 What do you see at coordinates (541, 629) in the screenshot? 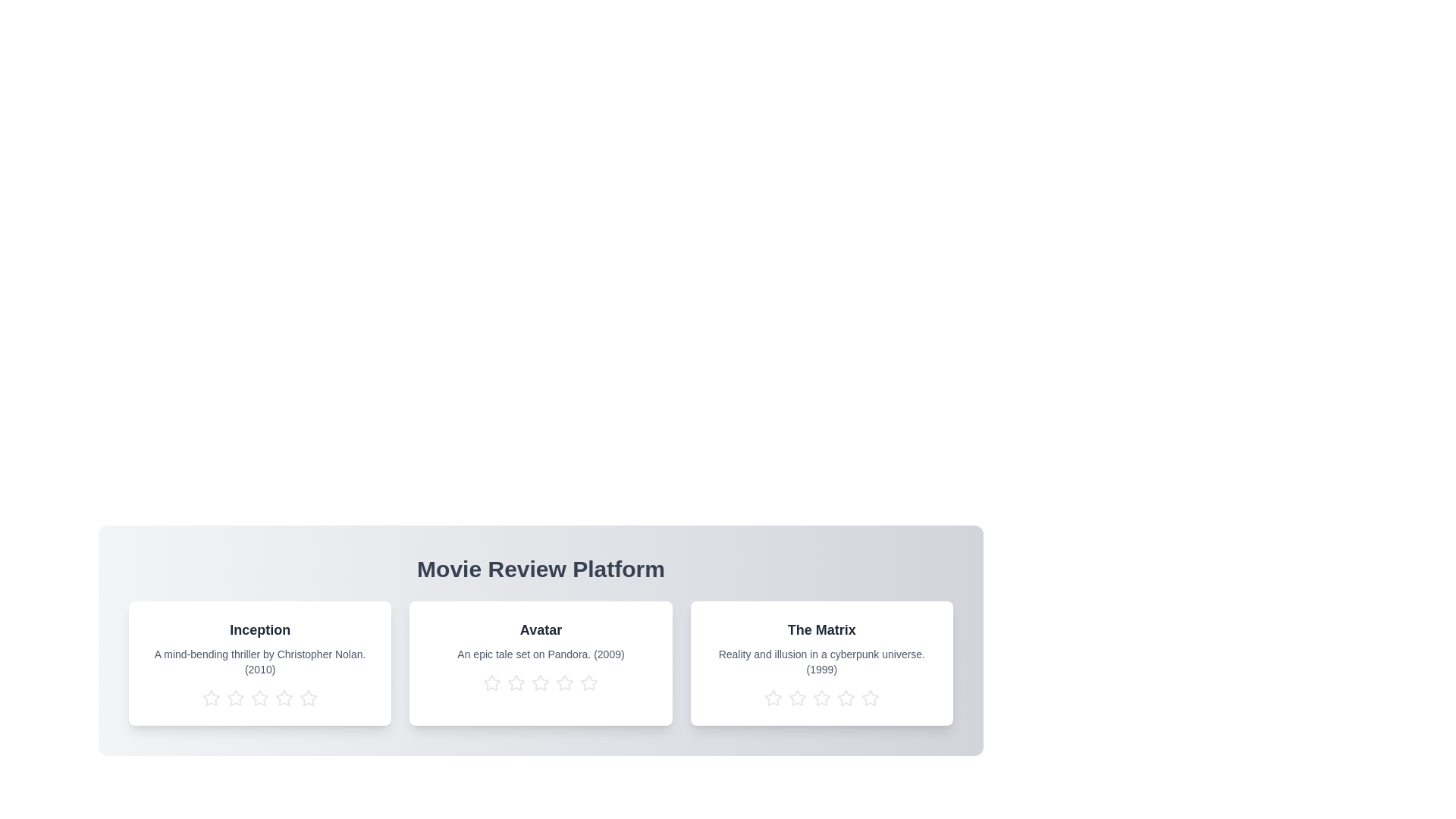
I see `the movie title Avatar to focus on its description` at bounding box center [541, 629].